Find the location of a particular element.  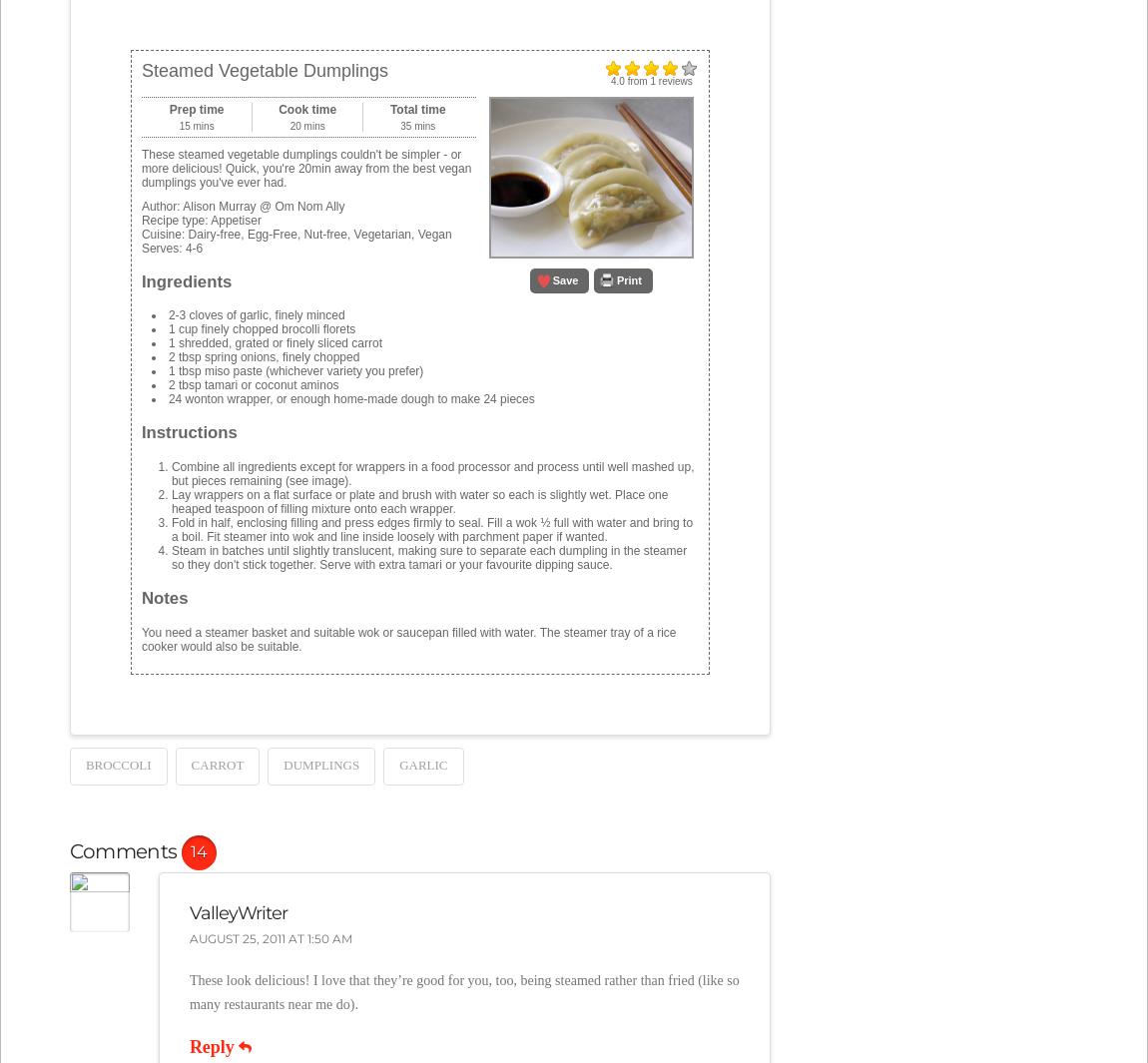

'Cook time' is located at coordinates (306, 107).